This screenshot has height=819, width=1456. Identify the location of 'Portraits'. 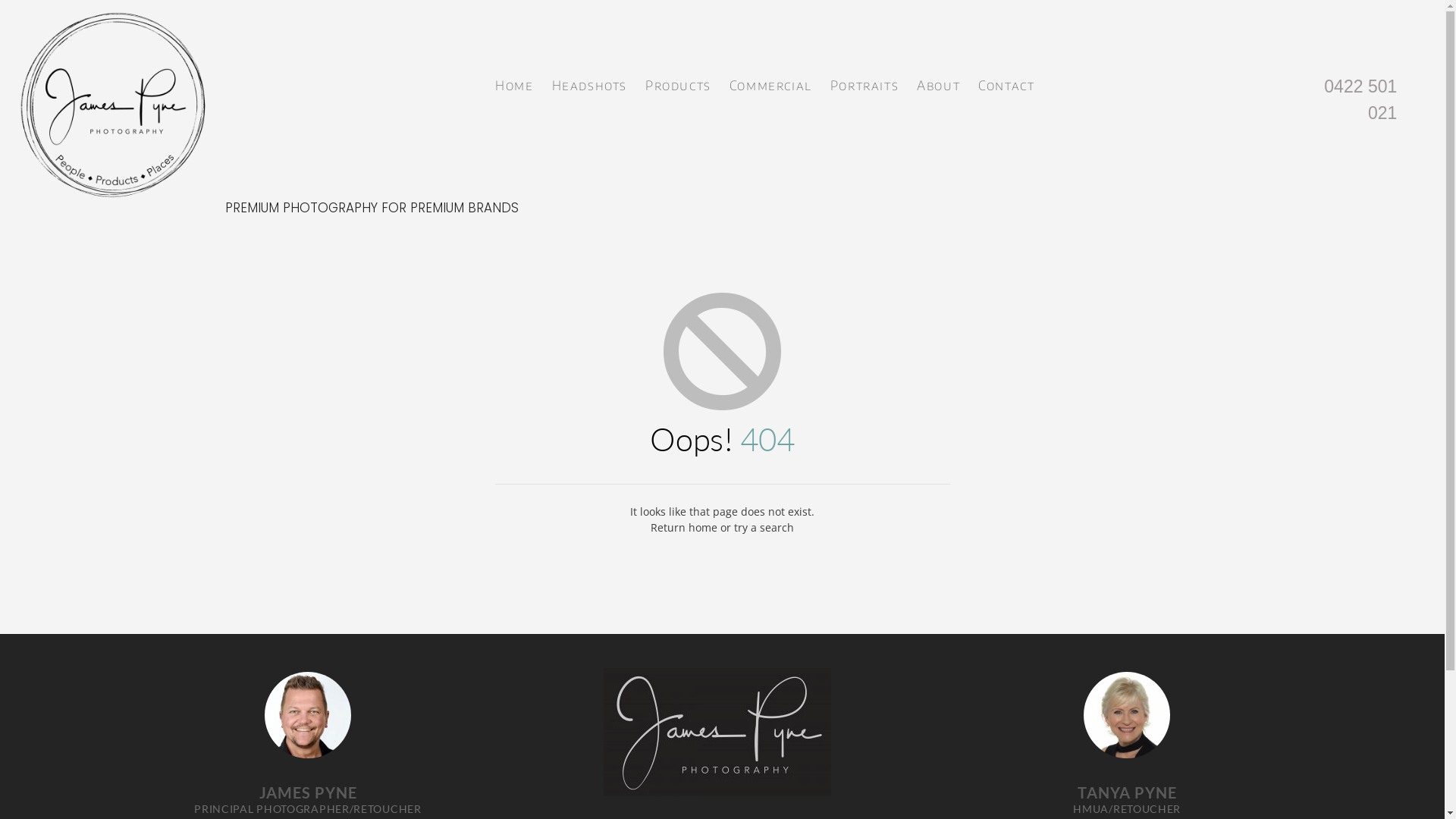
(864, 82).